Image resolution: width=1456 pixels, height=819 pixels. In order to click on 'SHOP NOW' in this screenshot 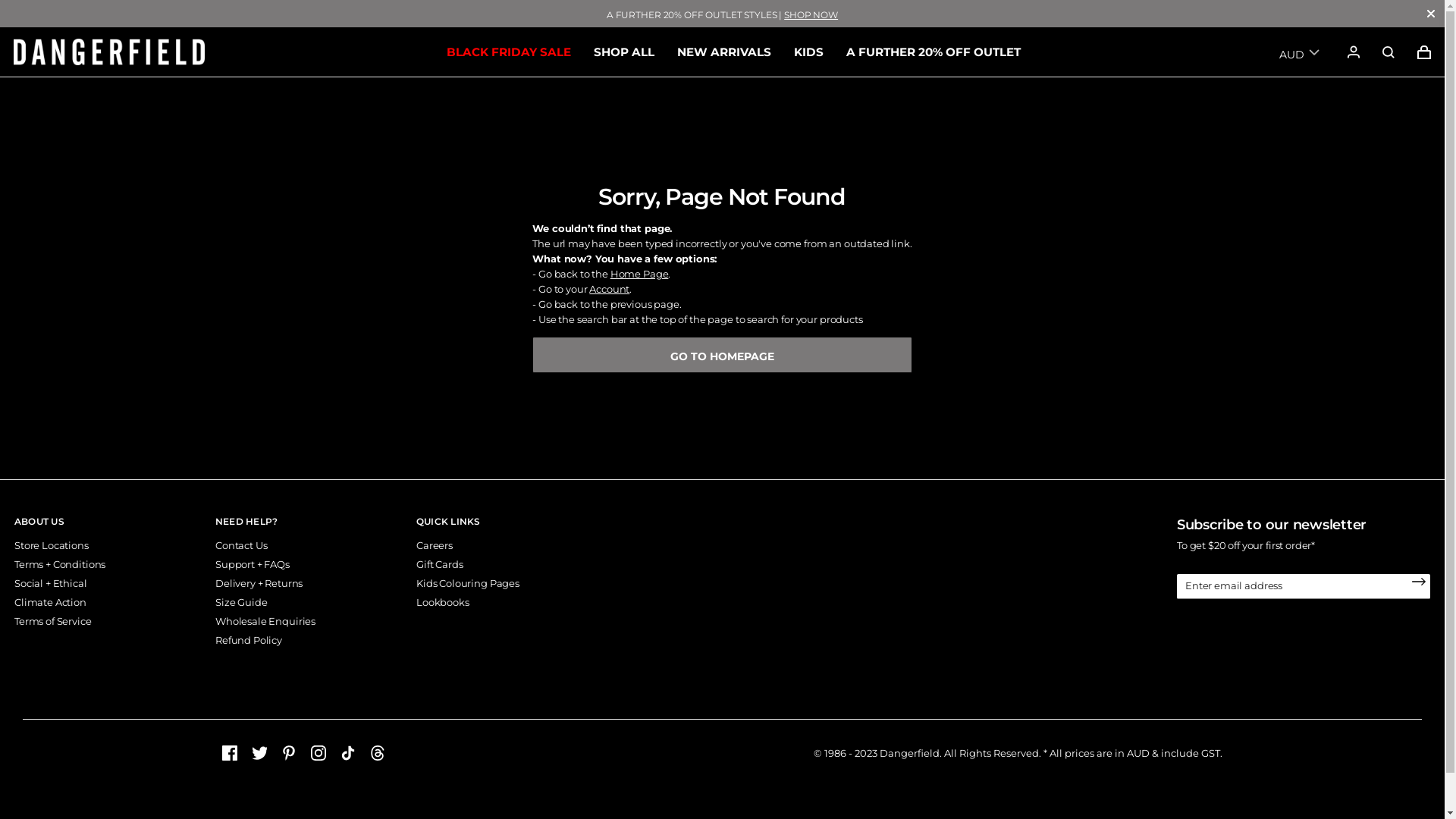, I will do `click(810, 14)`.